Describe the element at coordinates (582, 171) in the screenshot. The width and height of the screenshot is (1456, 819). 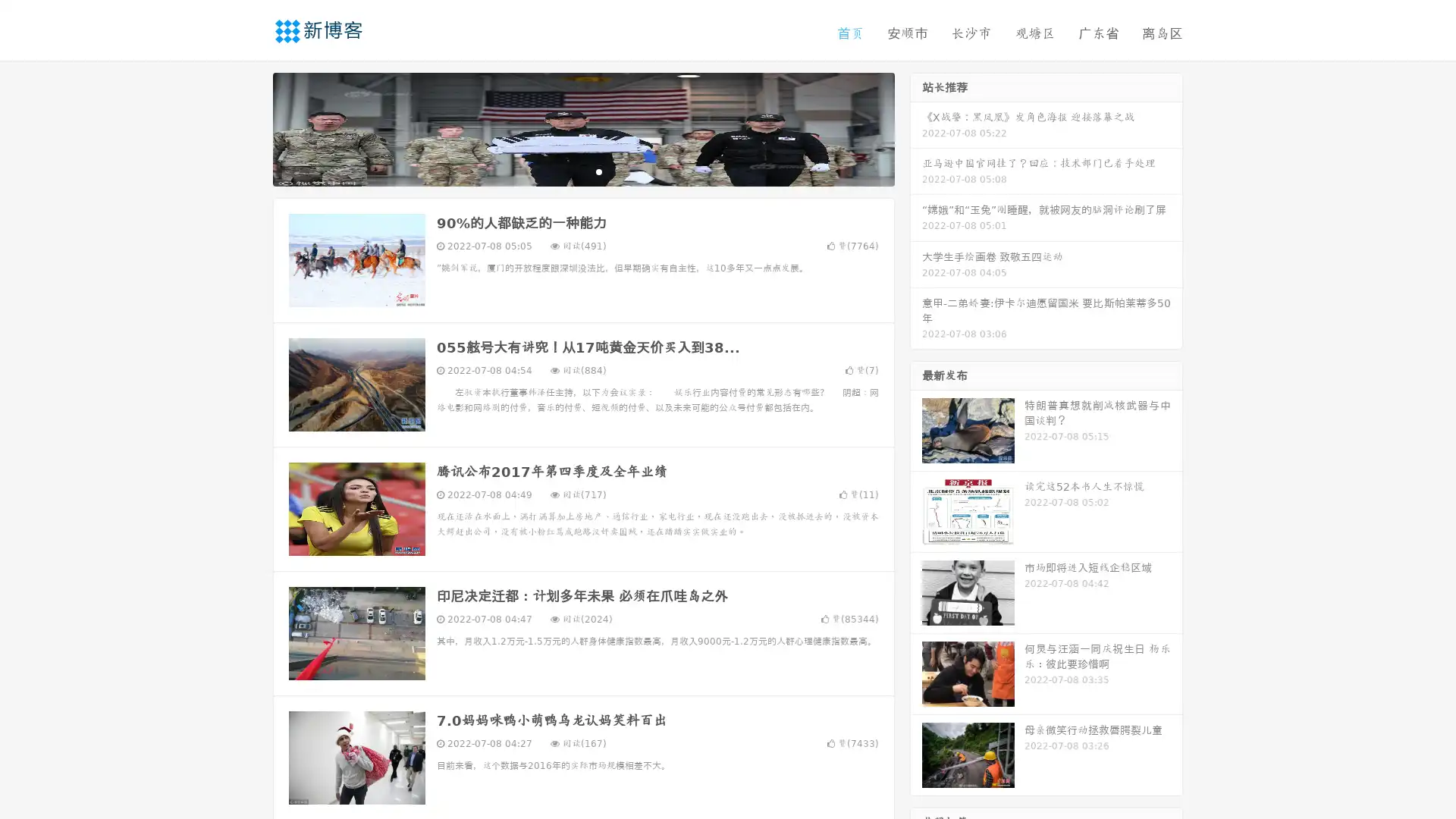
I see `Go to slide 2` at that location.